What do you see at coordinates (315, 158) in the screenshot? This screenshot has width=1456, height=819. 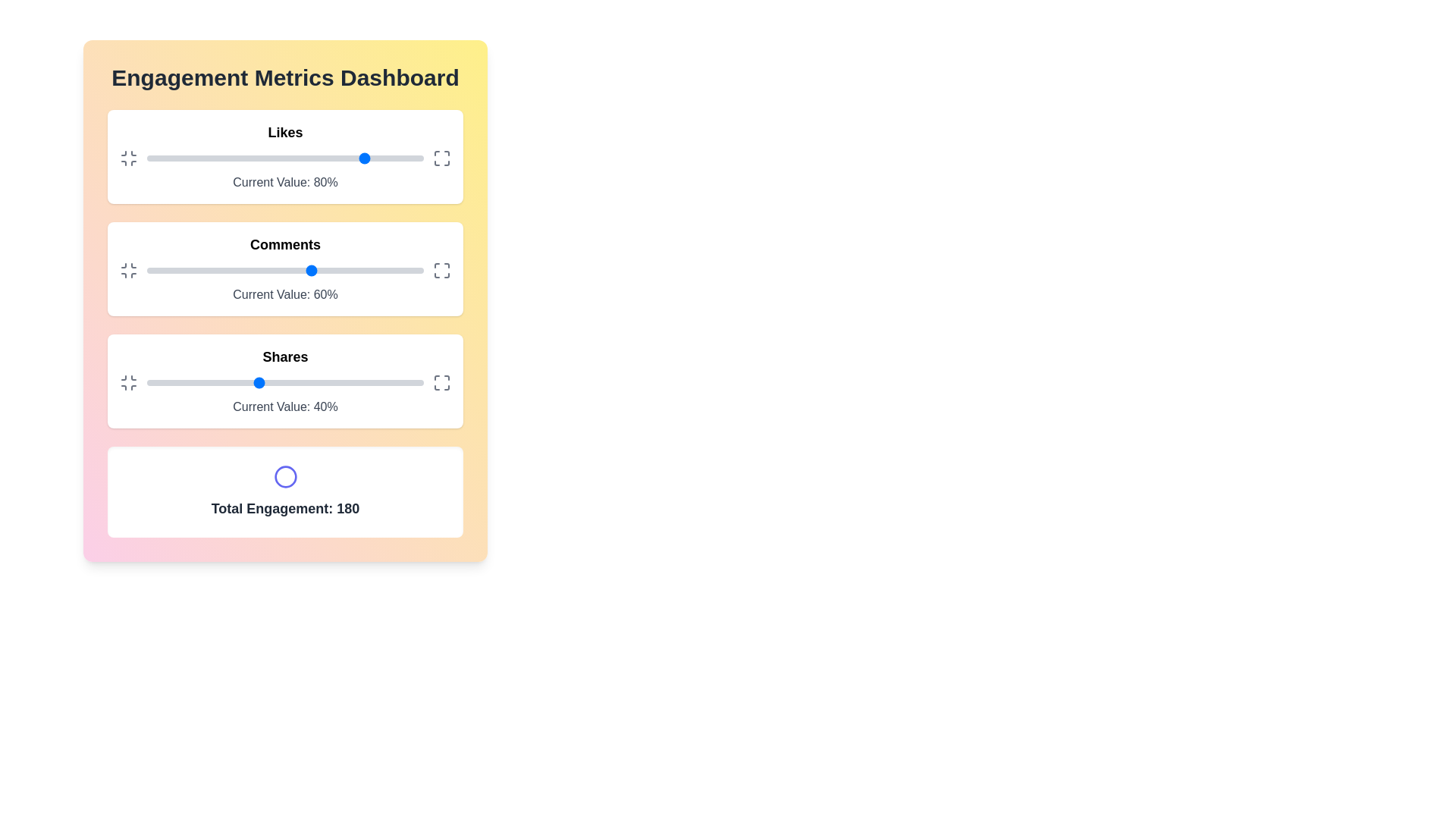 I see `the 'Likes' slider` at bounding box center [315, 158].